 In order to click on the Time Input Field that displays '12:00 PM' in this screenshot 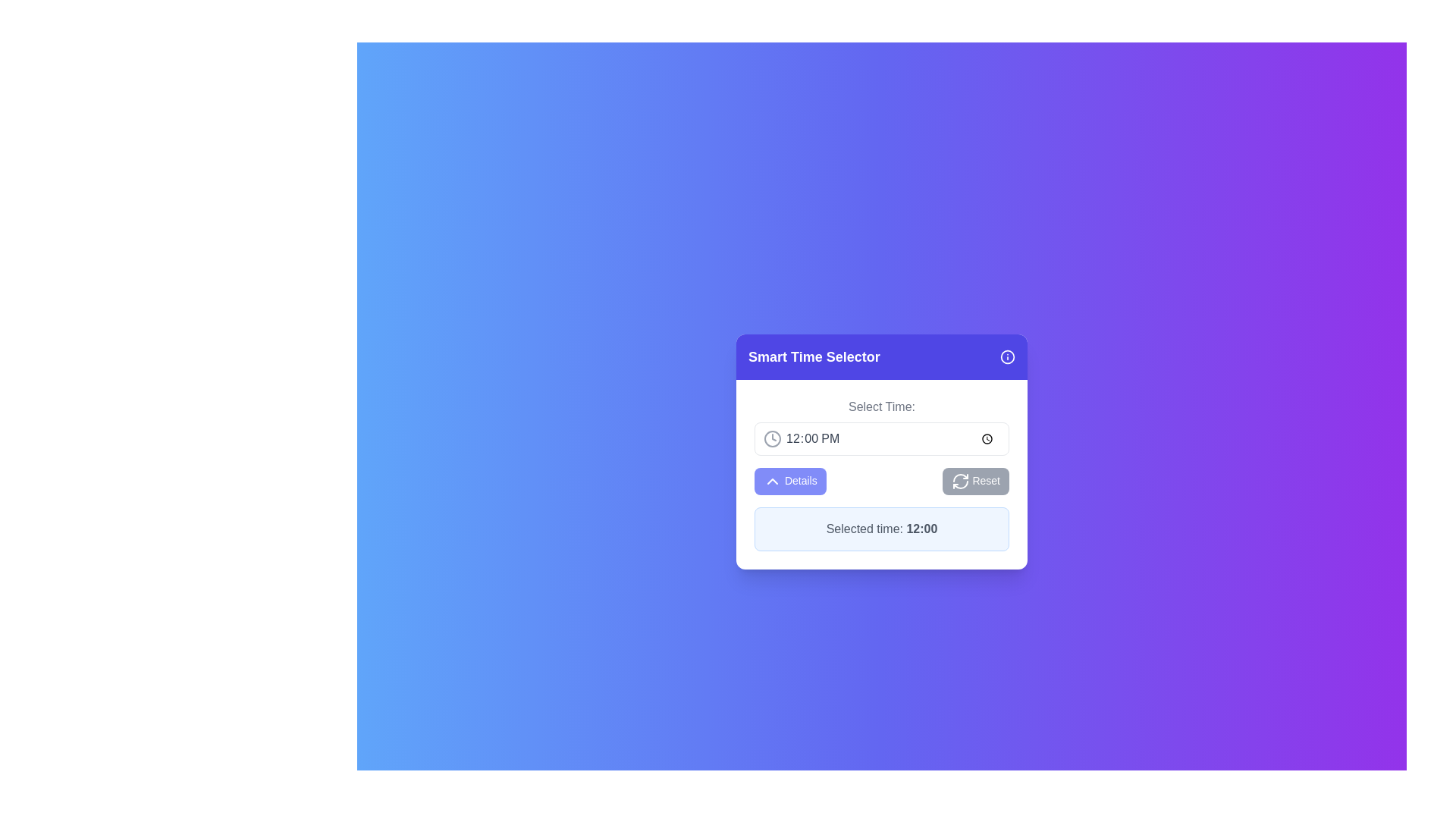, I will do `click(881, 438)`.